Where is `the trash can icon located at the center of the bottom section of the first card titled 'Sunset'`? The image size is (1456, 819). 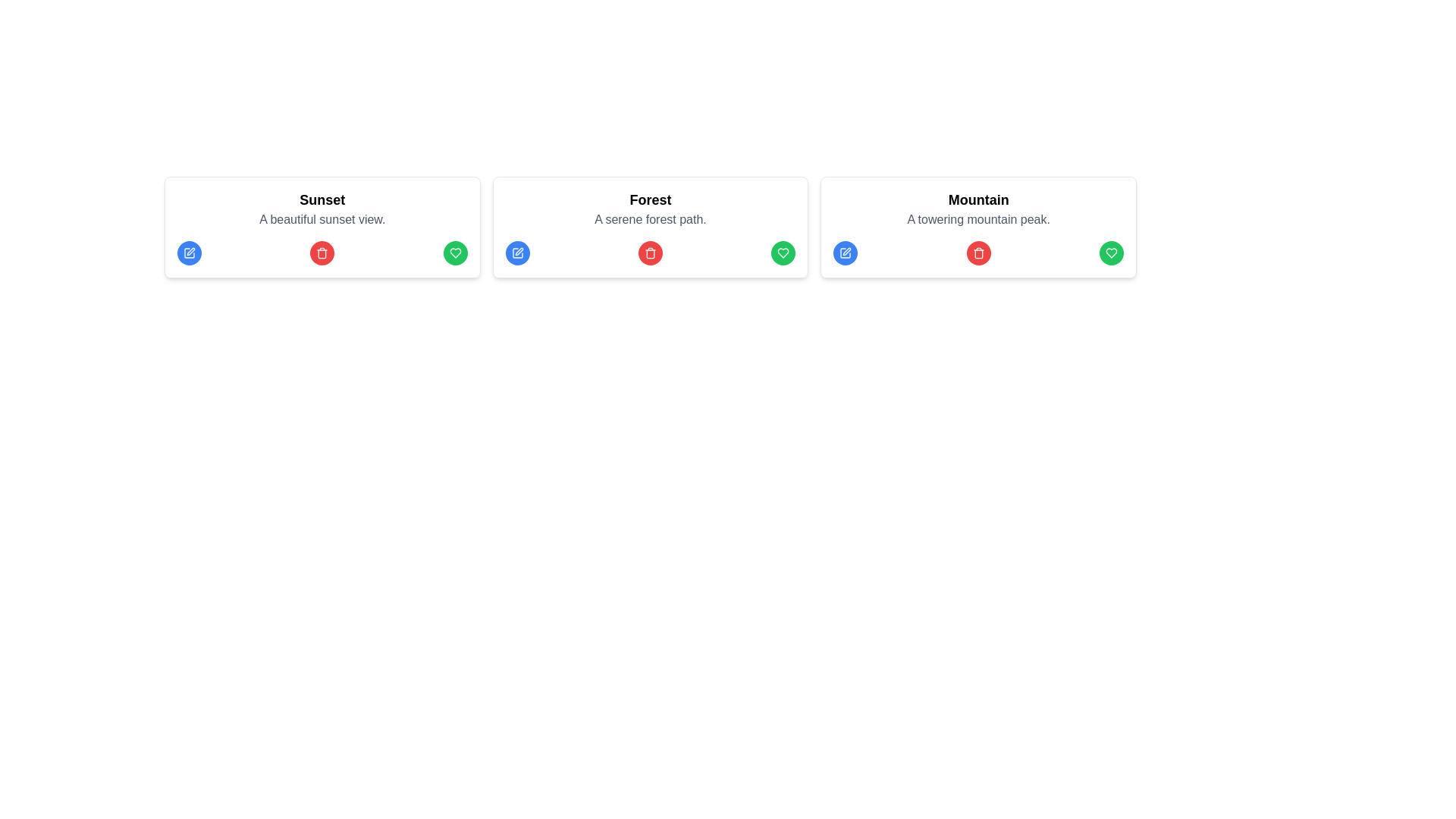
the trash can icon located at the center of the bottom section of the first card titled 'Sunset' is located at coordinates (322, 253).